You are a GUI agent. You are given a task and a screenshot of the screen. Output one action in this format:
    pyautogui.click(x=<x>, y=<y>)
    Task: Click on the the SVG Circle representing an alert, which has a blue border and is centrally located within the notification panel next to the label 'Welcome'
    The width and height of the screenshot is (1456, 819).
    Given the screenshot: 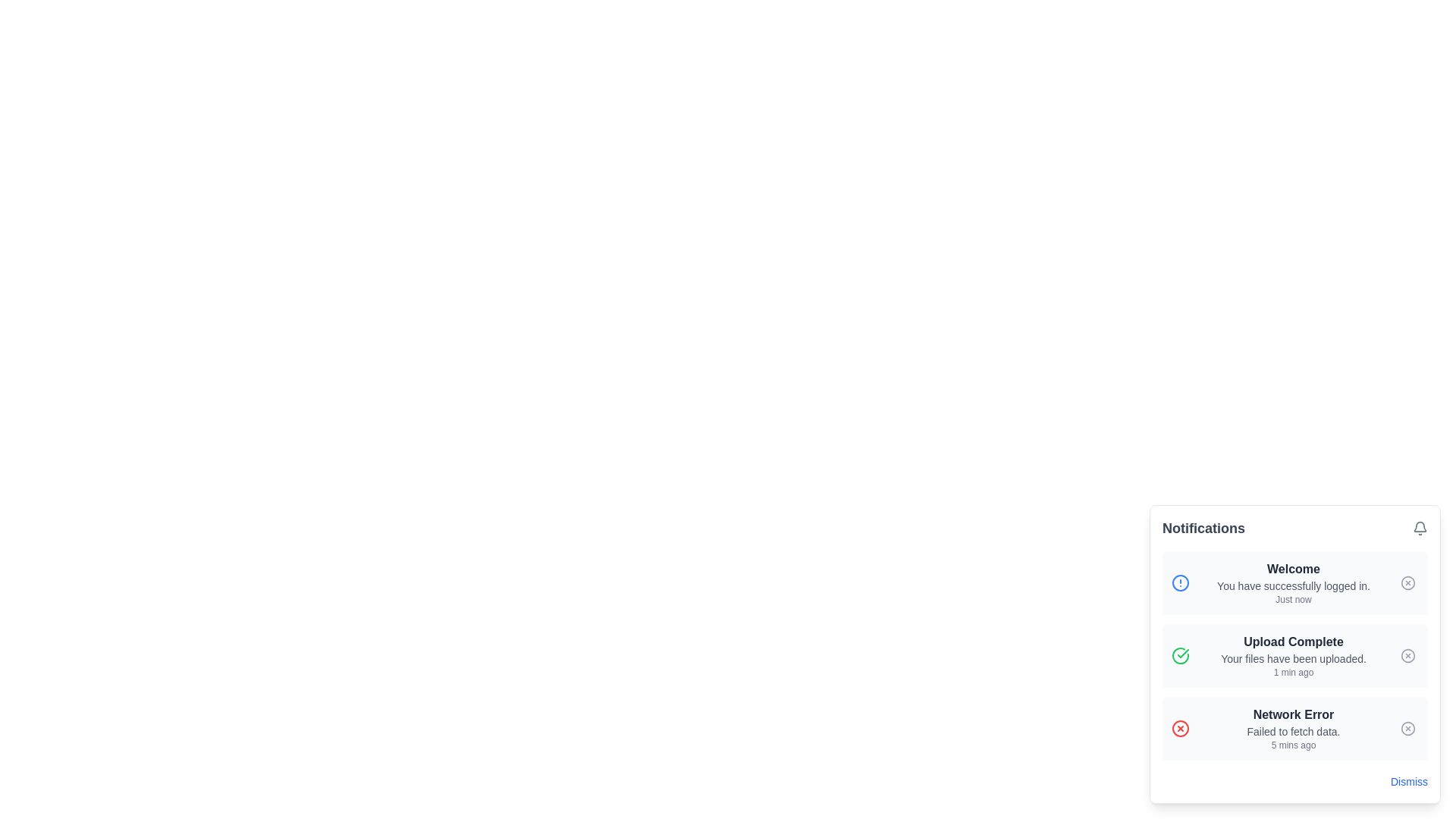 What is the action you would take?
    pyautogui.click(x=1179, y=582)
    